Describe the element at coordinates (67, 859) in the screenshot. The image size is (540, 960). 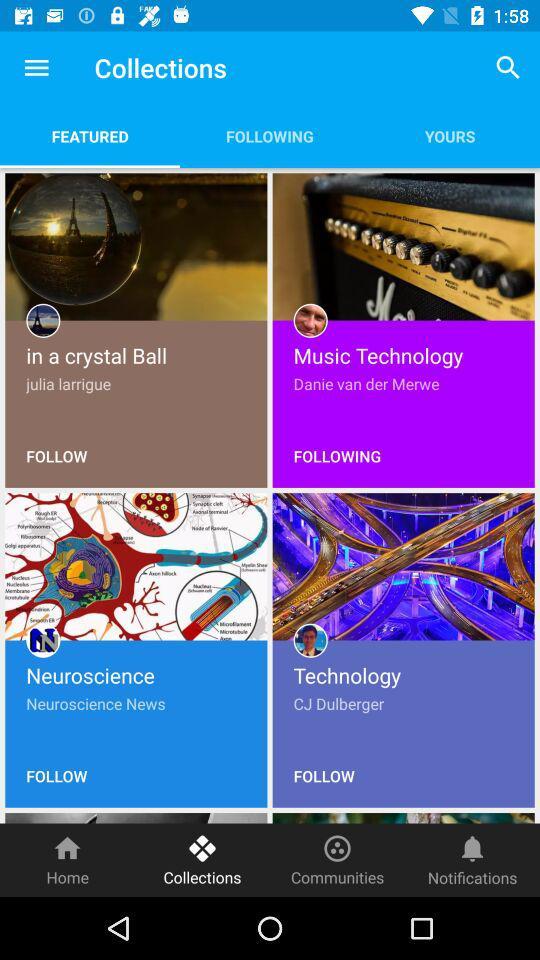
I see `the item to the left of collections` at that location.